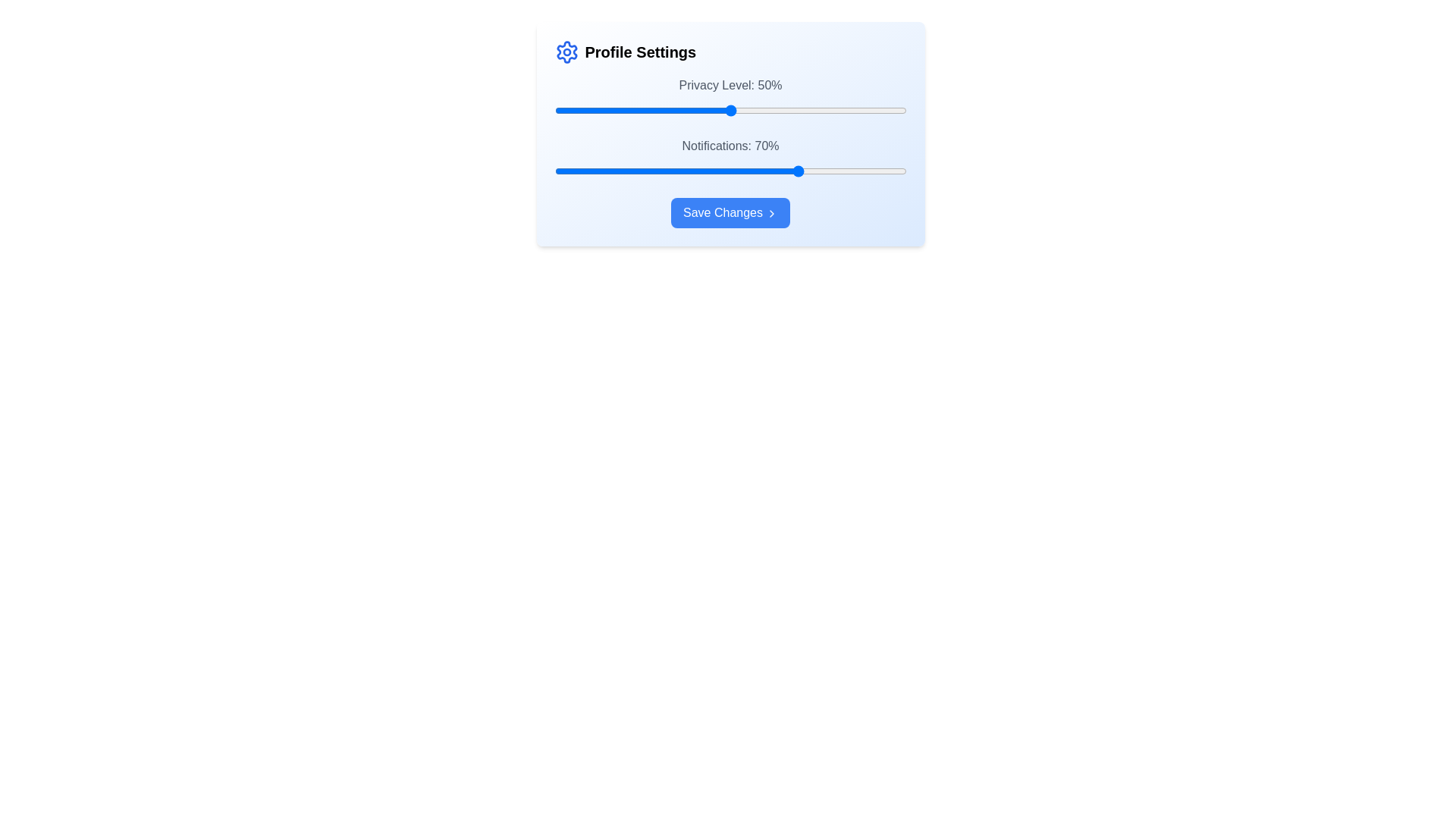 This screenshot has height=819, width=1456. Describe the element at coordinates (588, 171) in the screenshot. I see `the 'Notifications' slider to 10% by adjusting its position` at that location.